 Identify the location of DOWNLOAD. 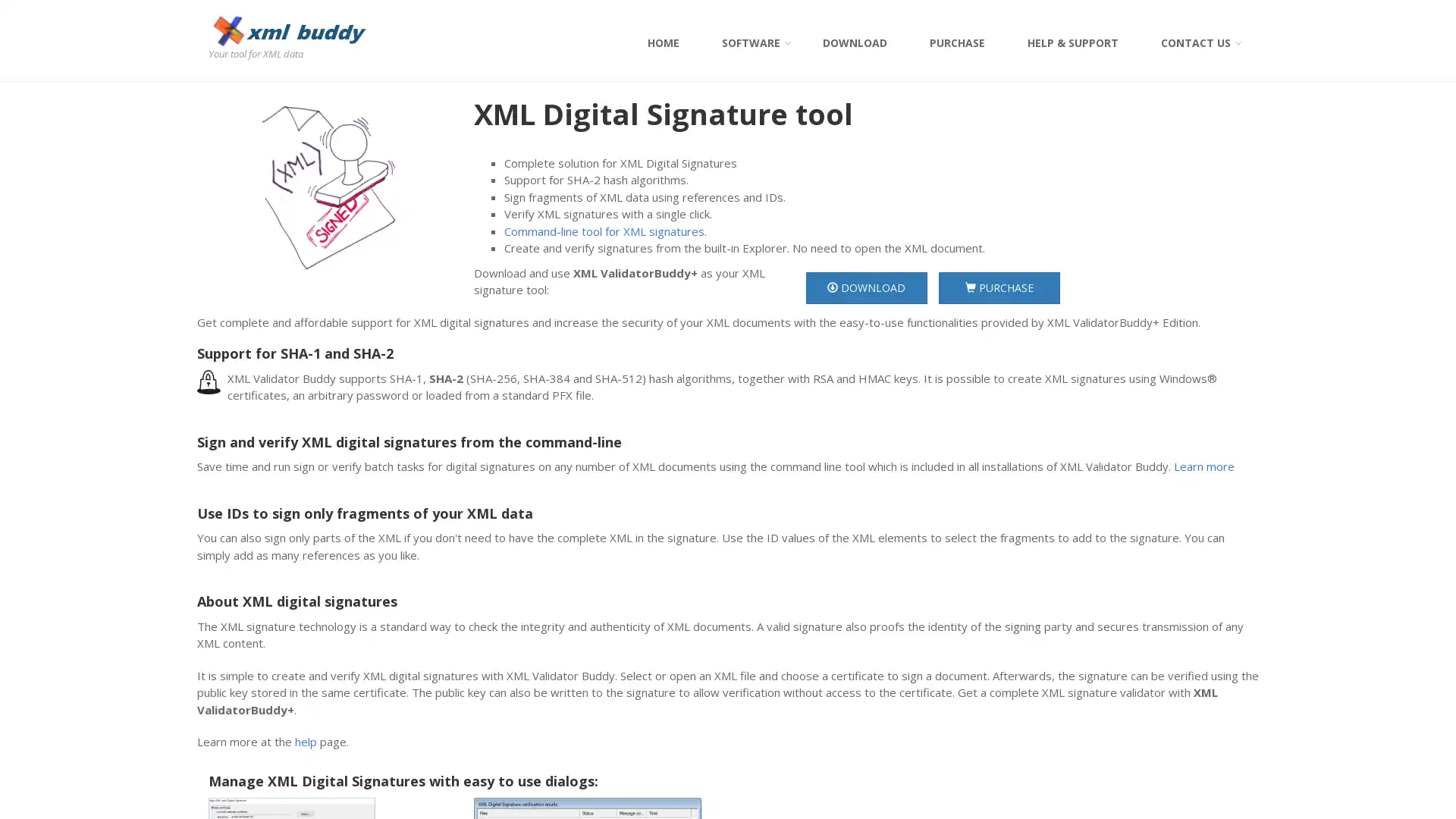
(866, 287).